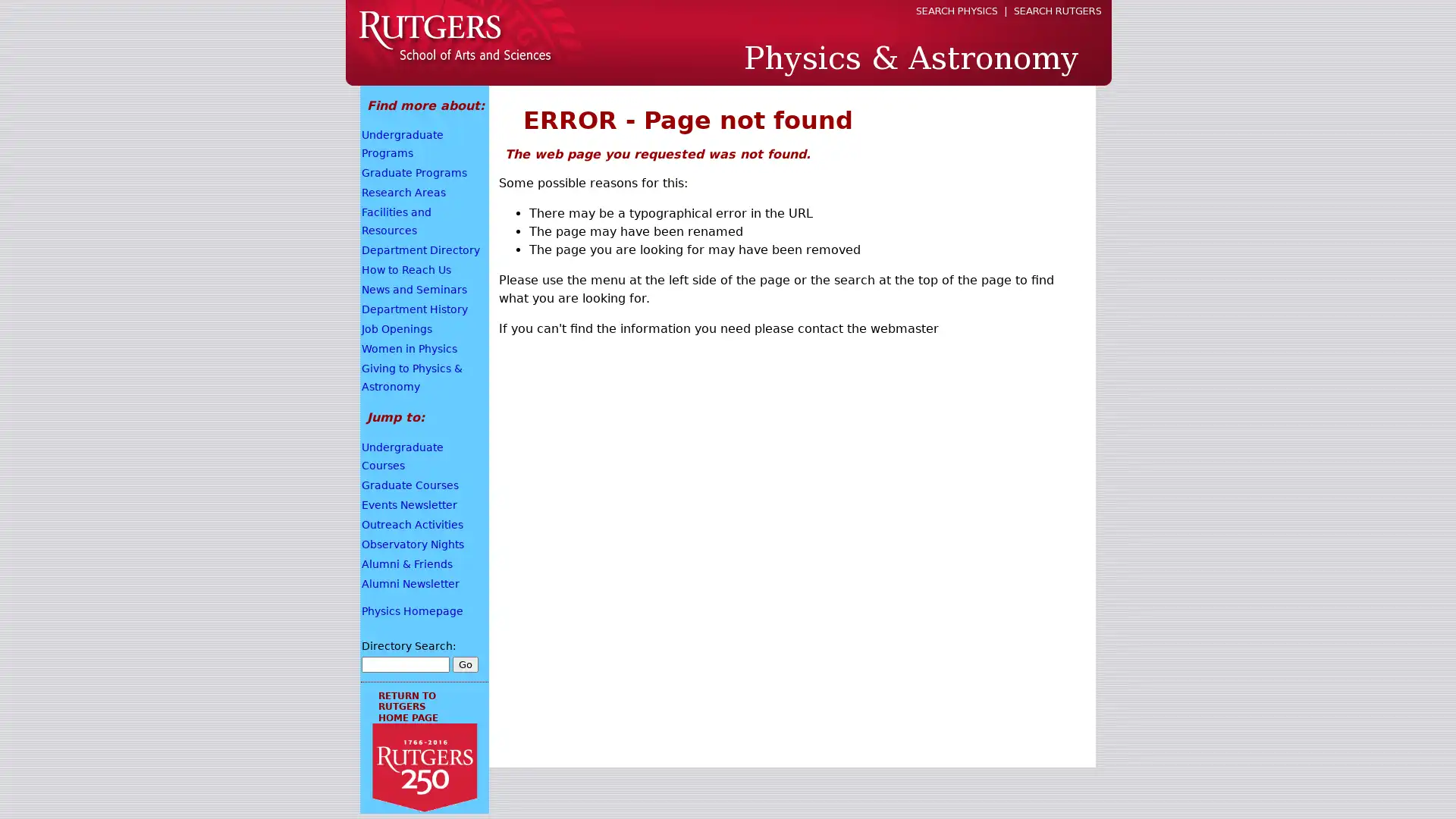 The image size is (1456, 819). Describe the element at coordinates (465, 663) in the screenshot. I see `Go` at that location.